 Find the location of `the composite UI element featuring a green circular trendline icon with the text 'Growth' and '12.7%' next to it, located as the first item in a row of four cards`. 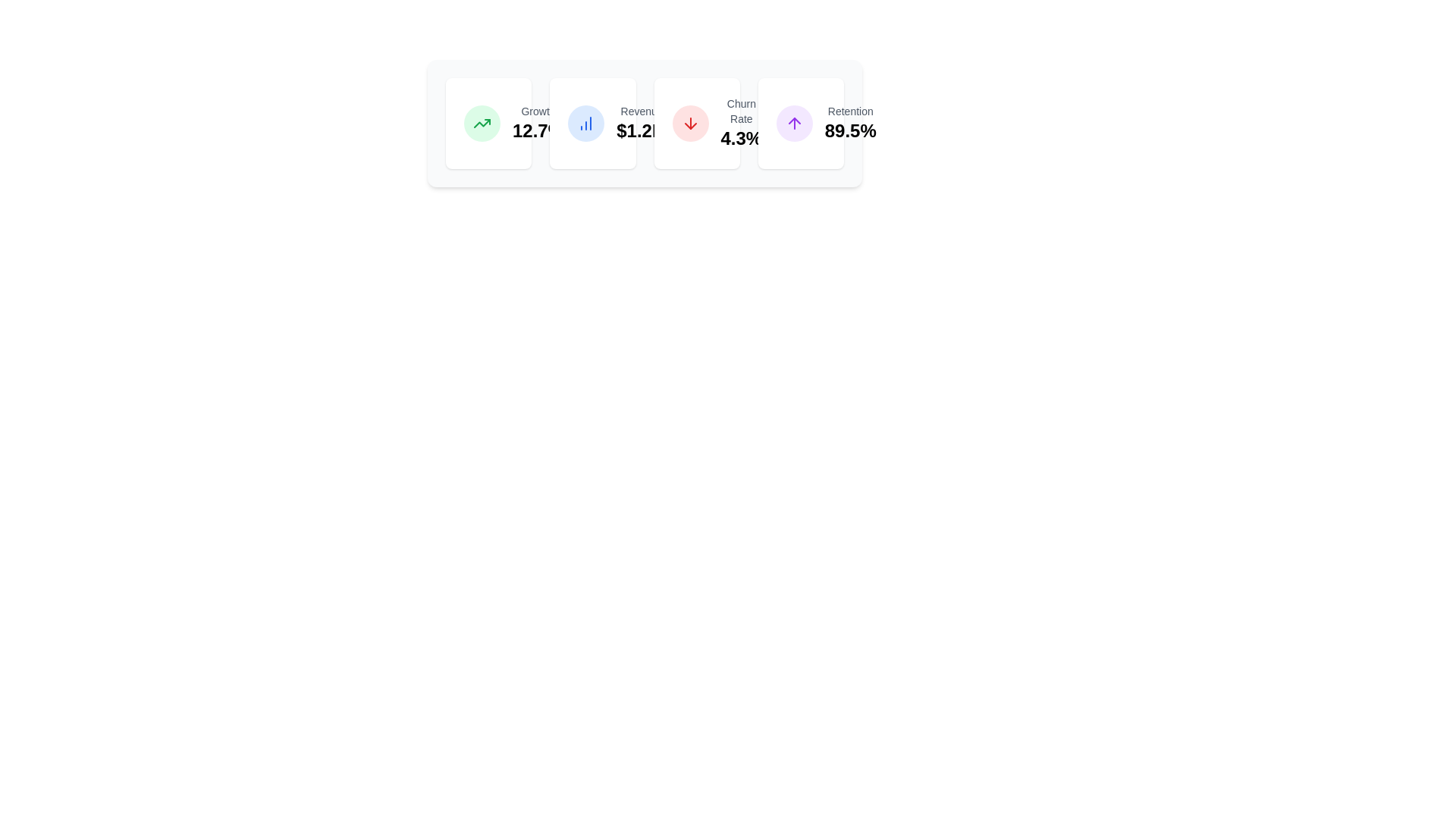

the composite UI element featuring a green circular trendline icon with the text 'Growth' and '12.7%' next to it, located as the first item in a row of four cards is located at coordinates (488, 122).